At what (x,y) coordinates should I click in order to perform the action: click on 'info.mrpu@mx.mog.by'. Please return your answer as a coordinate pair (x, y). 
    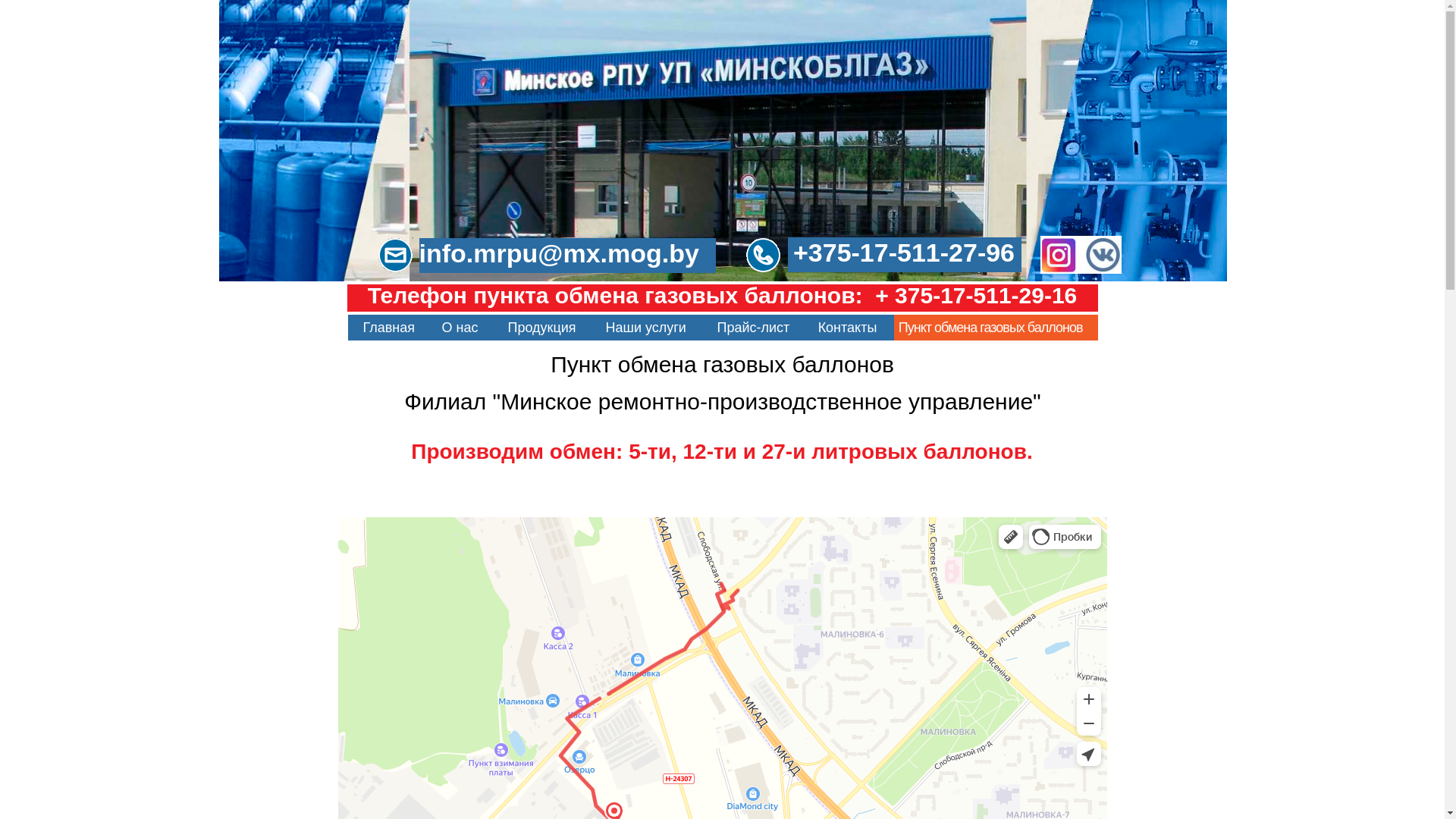
    Looking at the image, I should click on (566, 254).